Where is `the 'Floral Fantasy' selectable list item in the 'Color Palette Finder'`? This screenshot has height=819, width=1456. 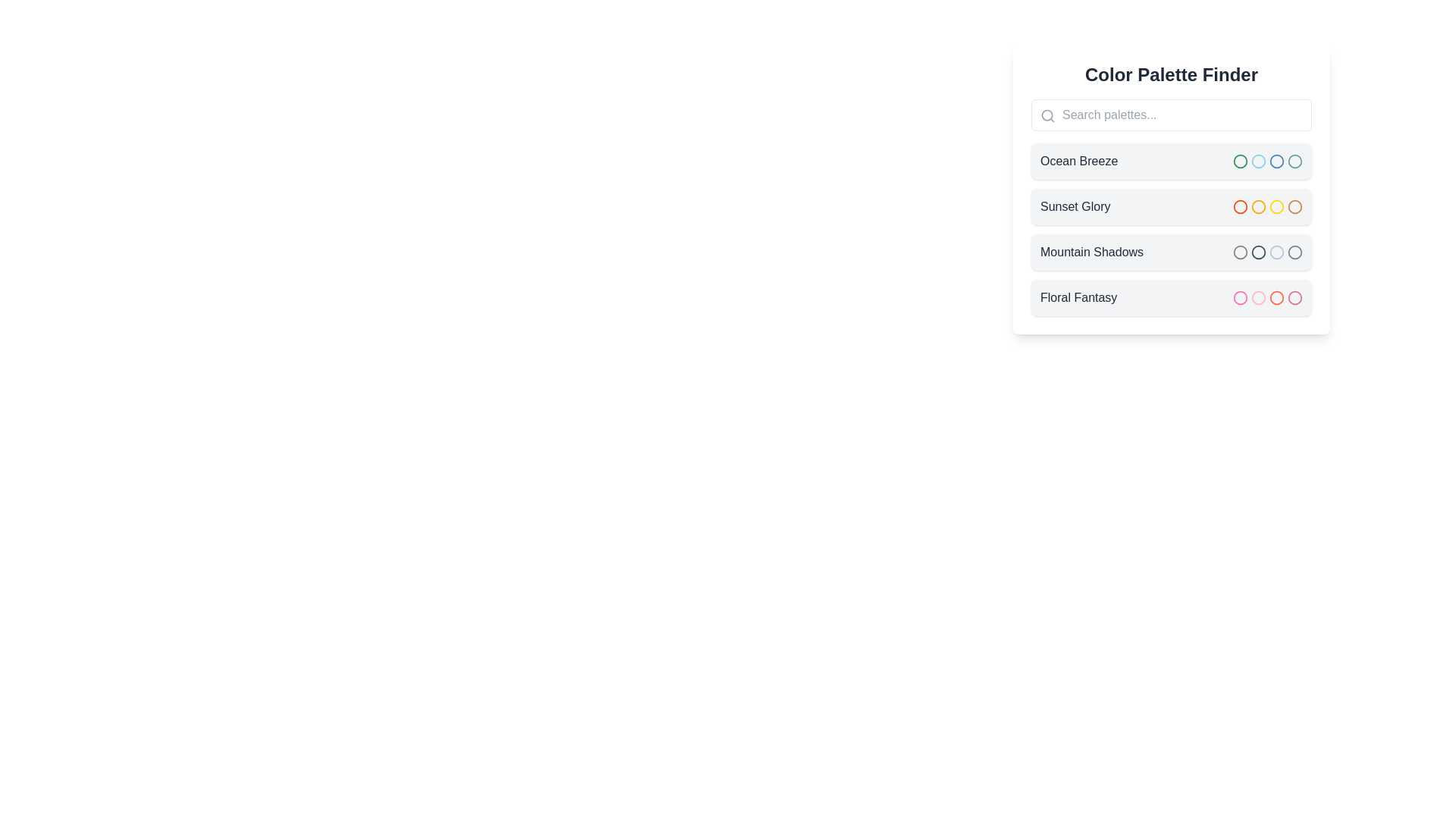
the 'Floral Fantasy' selectable list item in the 'Color Palette Finder' is located at coordinates (1171, 298).